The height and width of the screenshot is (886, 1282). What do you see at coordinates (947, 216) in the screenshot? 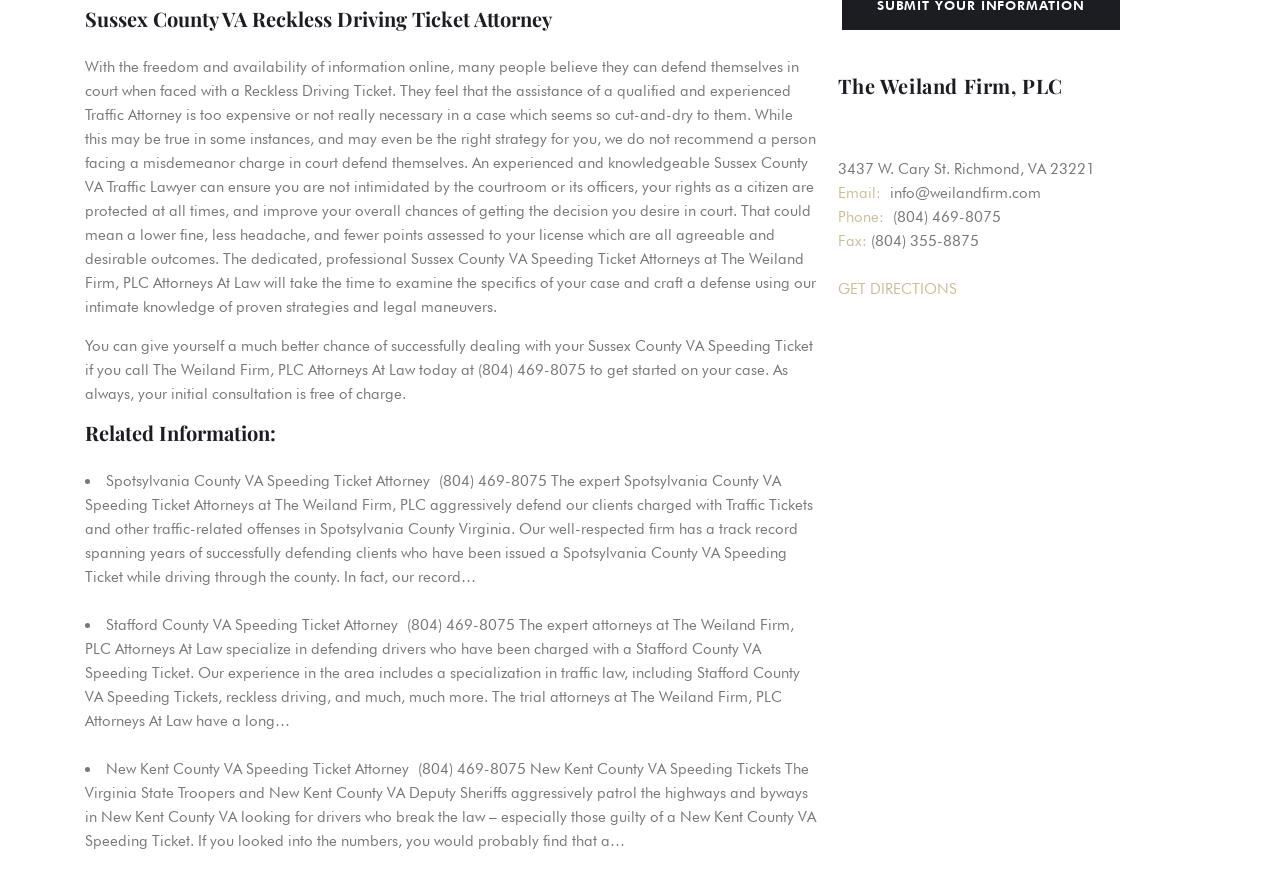
I see `'(804) 469-8075'` at bounding box center [947, 216].